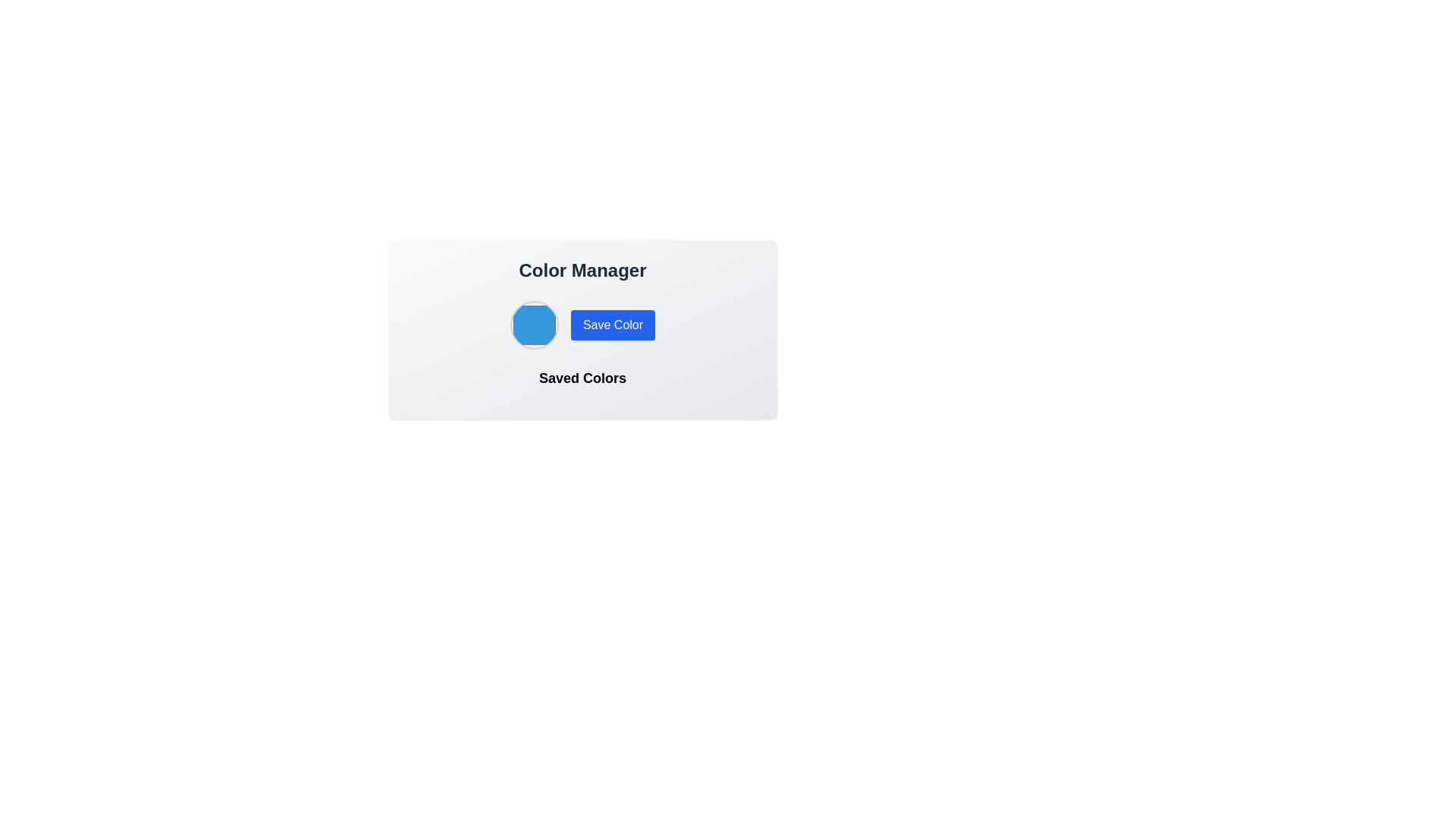  What do you see at coordinates (613, 324) in the screenshot?
I see `the blue 'Save Color' button with white text` at bounding box center [613, 324].